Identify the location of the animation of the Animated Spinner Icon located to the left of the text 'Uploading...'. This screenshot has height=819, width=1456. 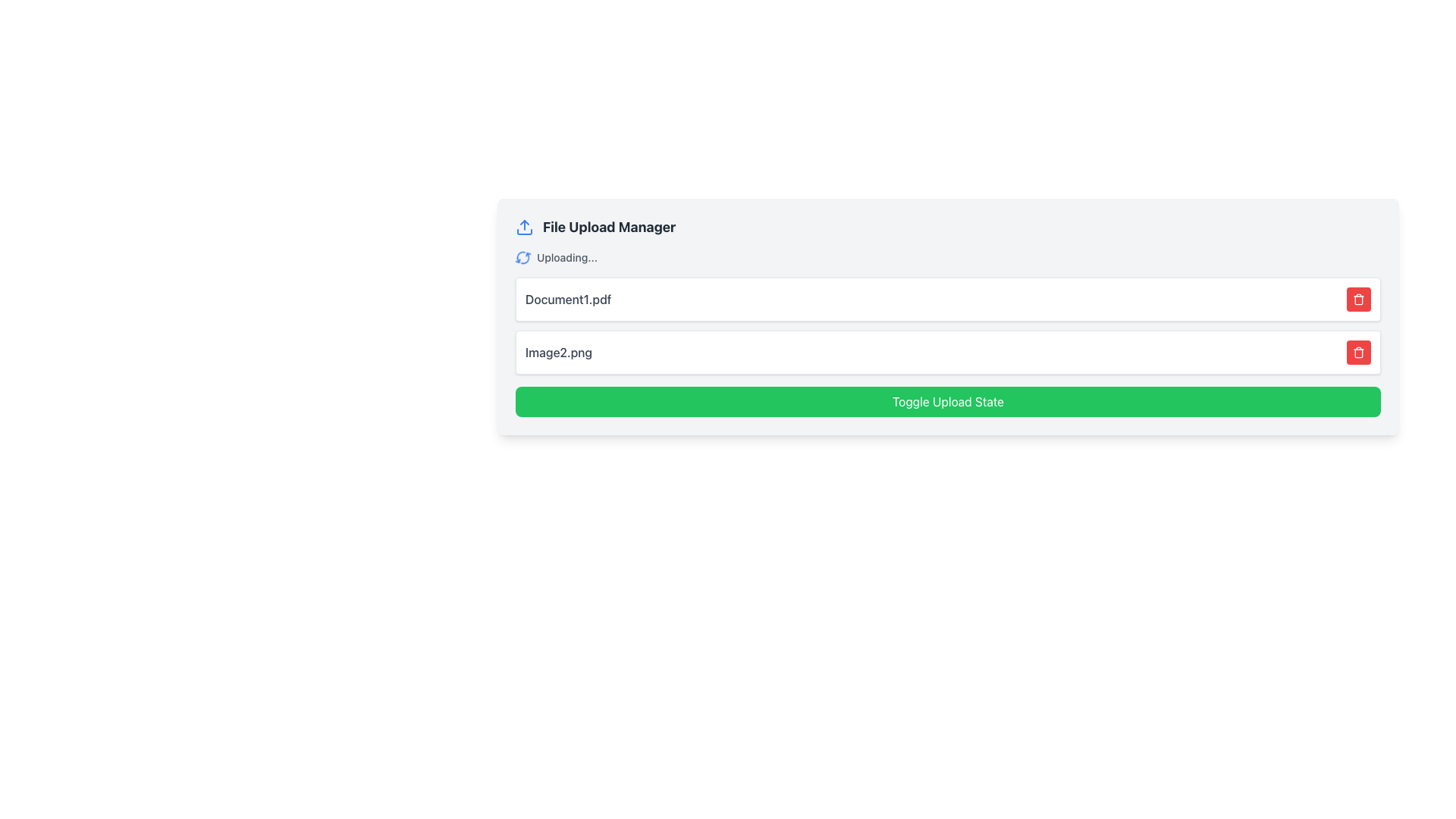
(523, 256).